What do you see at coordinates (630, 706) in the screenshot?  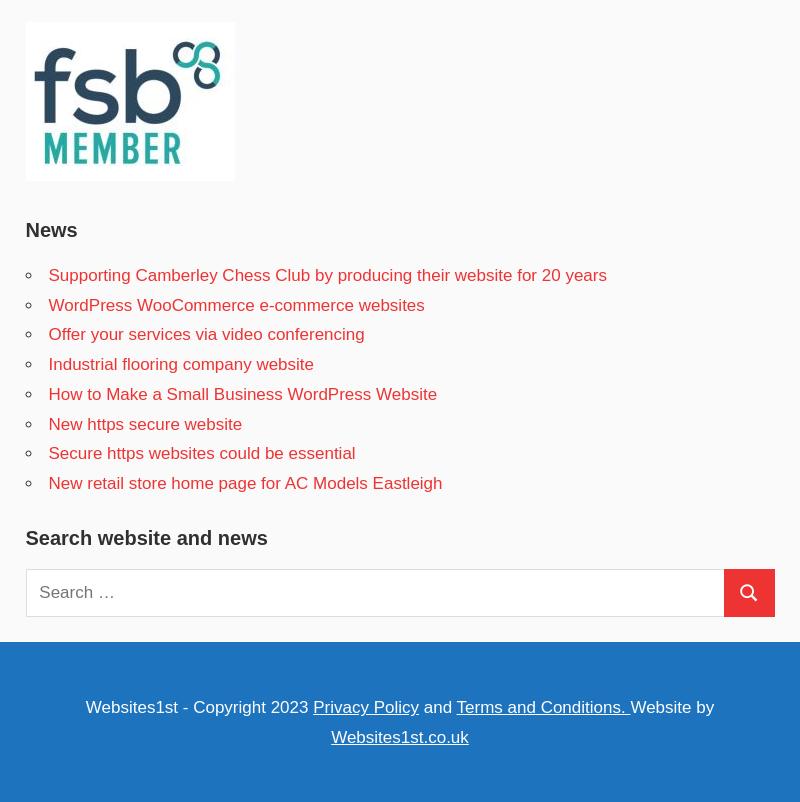 I see `'Website by'` at bounding box center [630, 706].